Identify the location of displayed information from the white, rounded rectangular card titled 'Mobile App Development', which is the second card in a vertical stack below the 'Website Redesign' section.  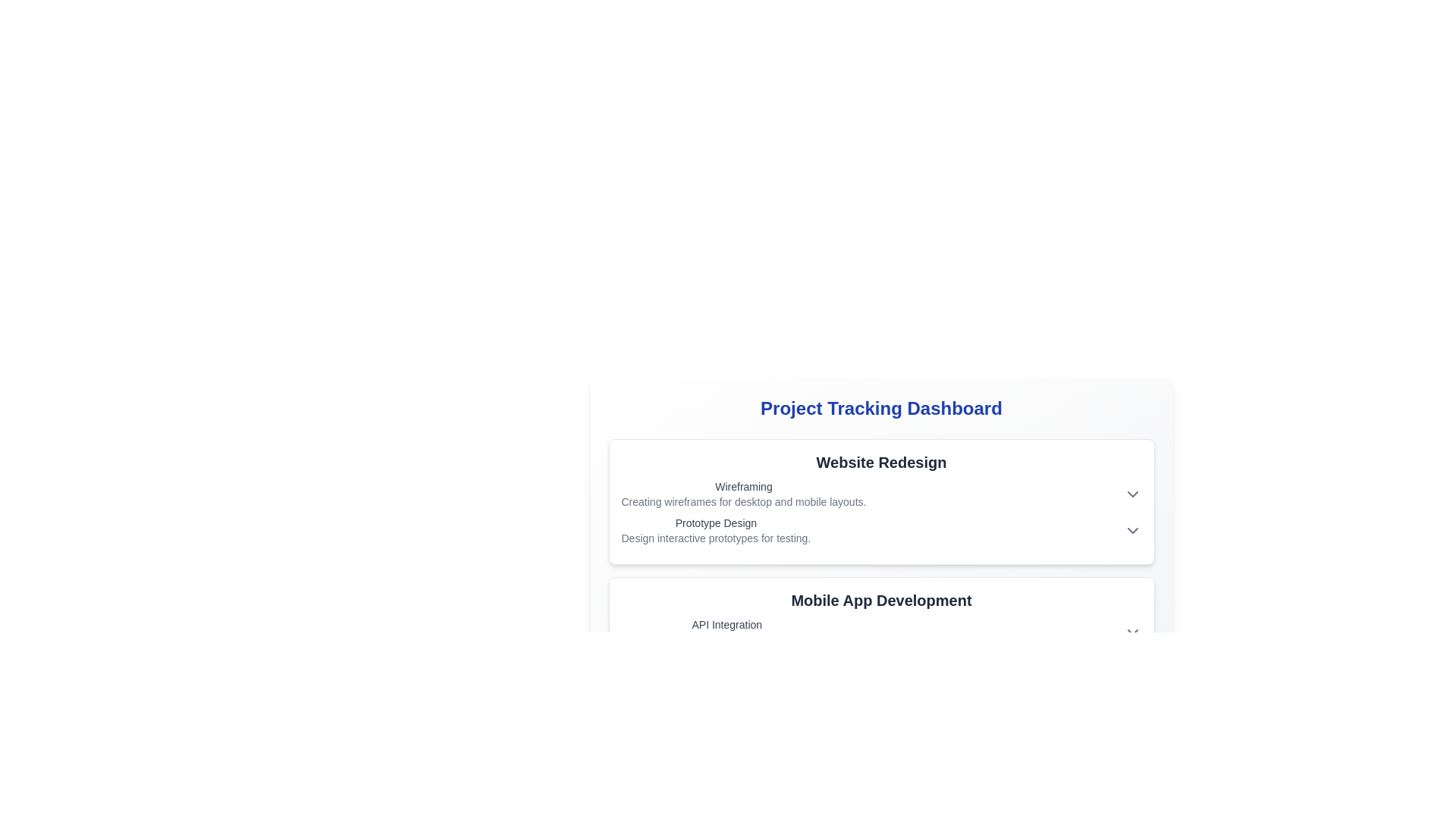
(881, 640).